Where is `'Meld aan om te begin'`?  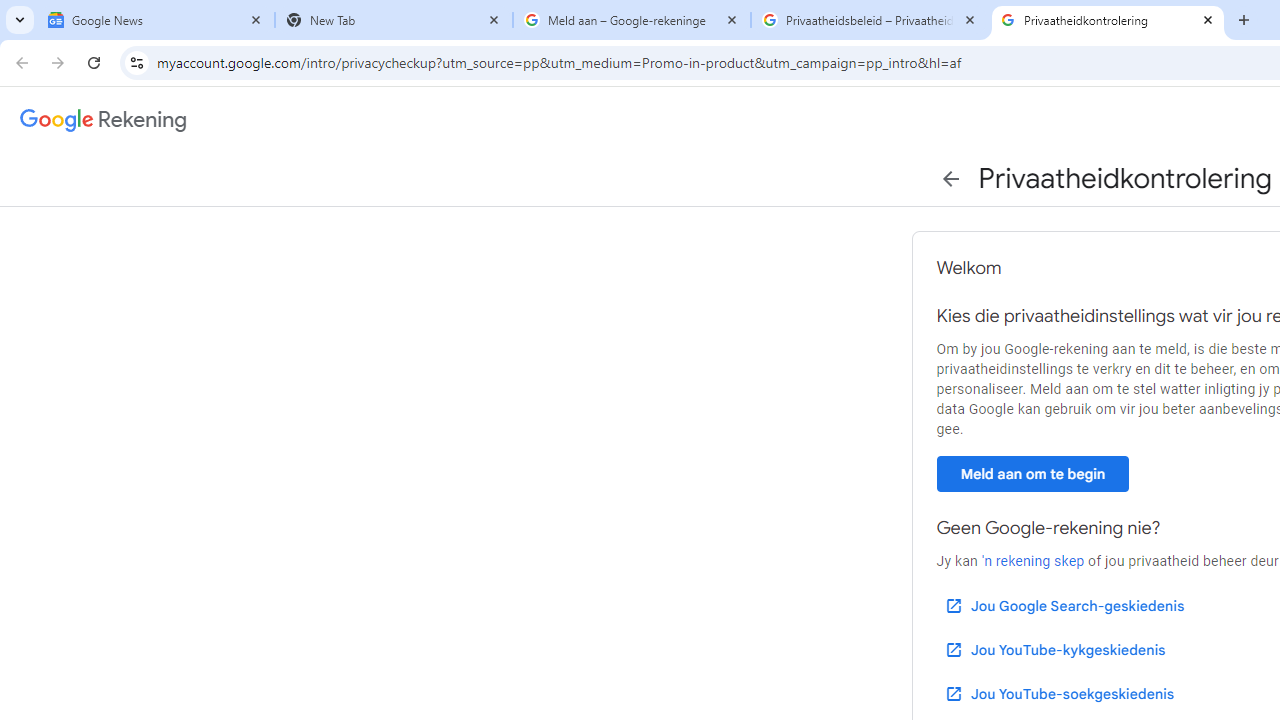 'Meld aan om te begin' is located at coordinates (1032, 473).